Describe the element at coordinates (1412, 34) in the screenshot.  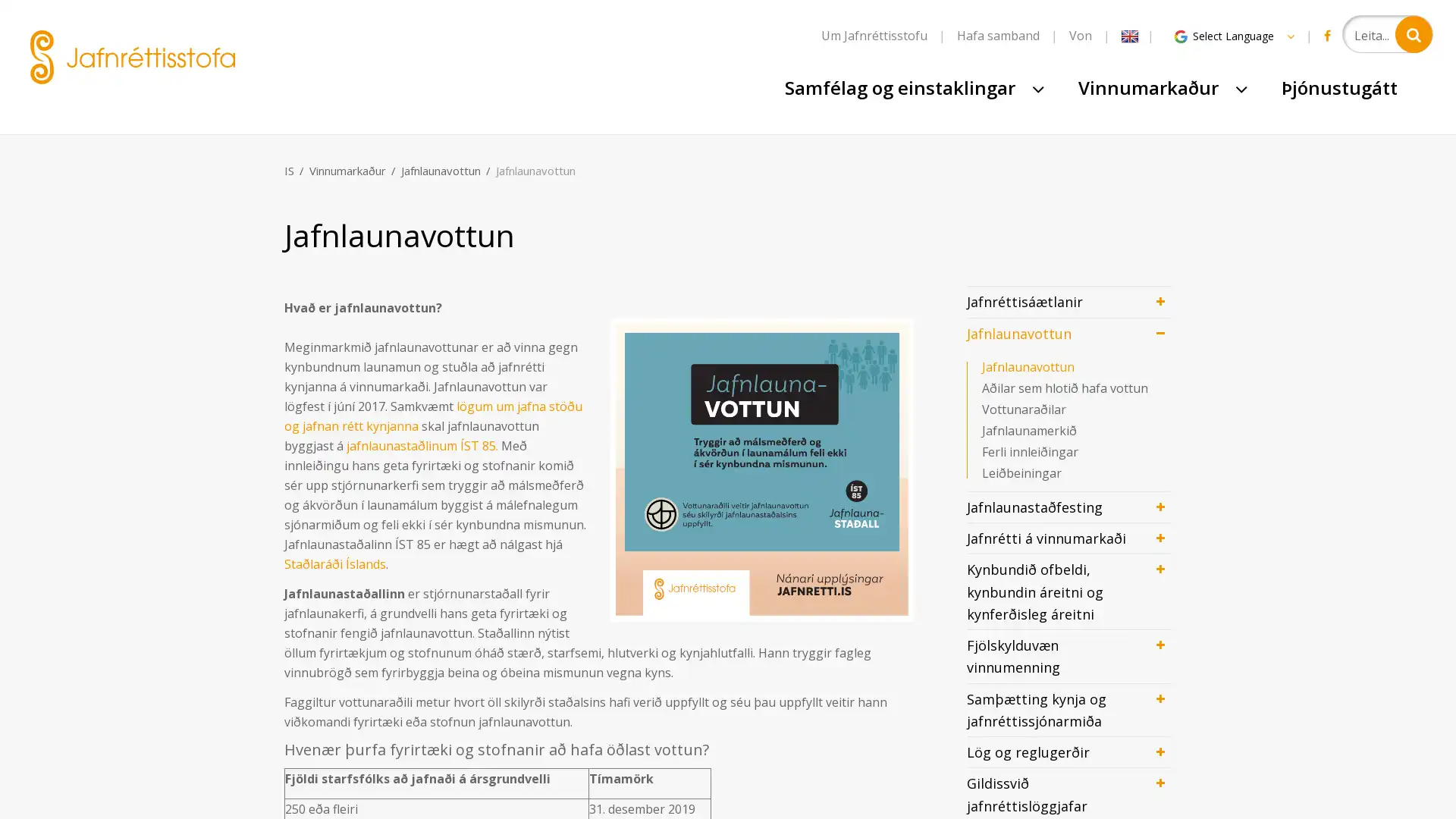
I see `Leita` at that location.